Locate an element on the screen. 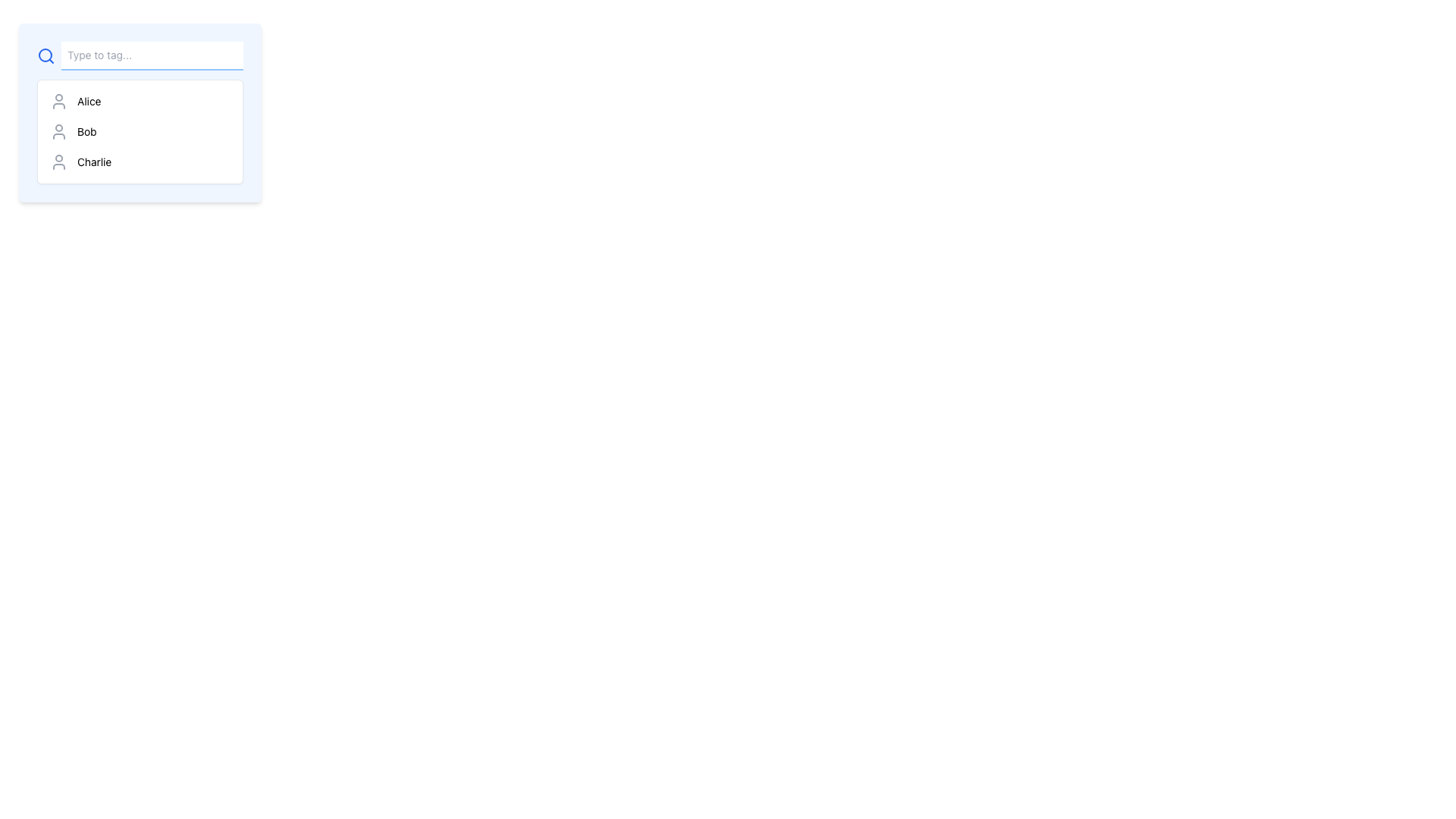  the small circular SVG element that is part of the search icon, located to the left of the 'Type to tag...' input field is located at coordinates (45, 55).